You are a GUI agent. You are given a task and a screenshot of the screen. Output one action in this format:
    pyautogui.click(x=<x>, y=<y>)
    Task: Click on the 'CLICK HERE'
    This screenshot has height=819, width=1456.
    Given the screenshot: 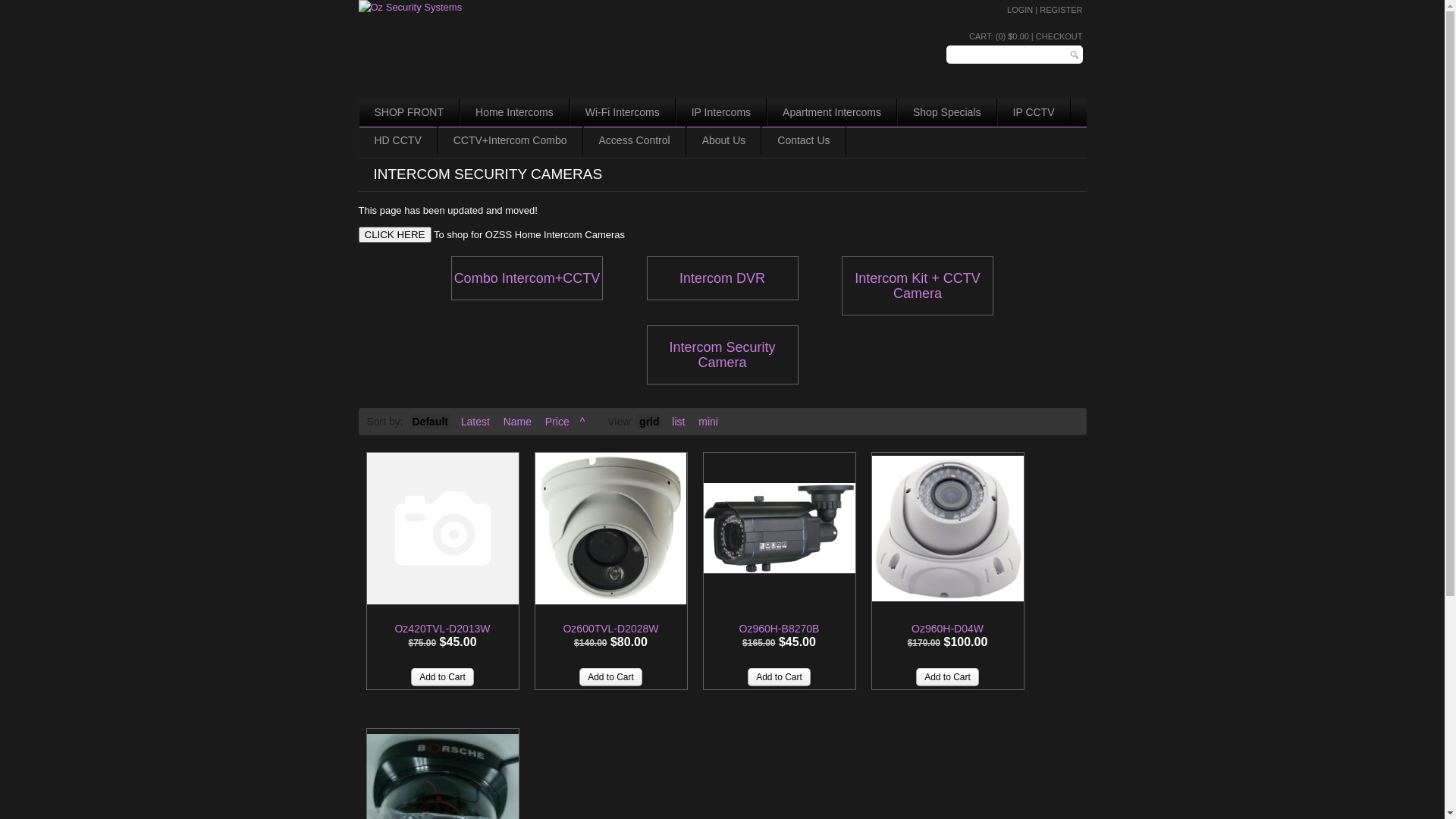 What is the action you would take?
    pyautogui.click(x=394, y=234)
    